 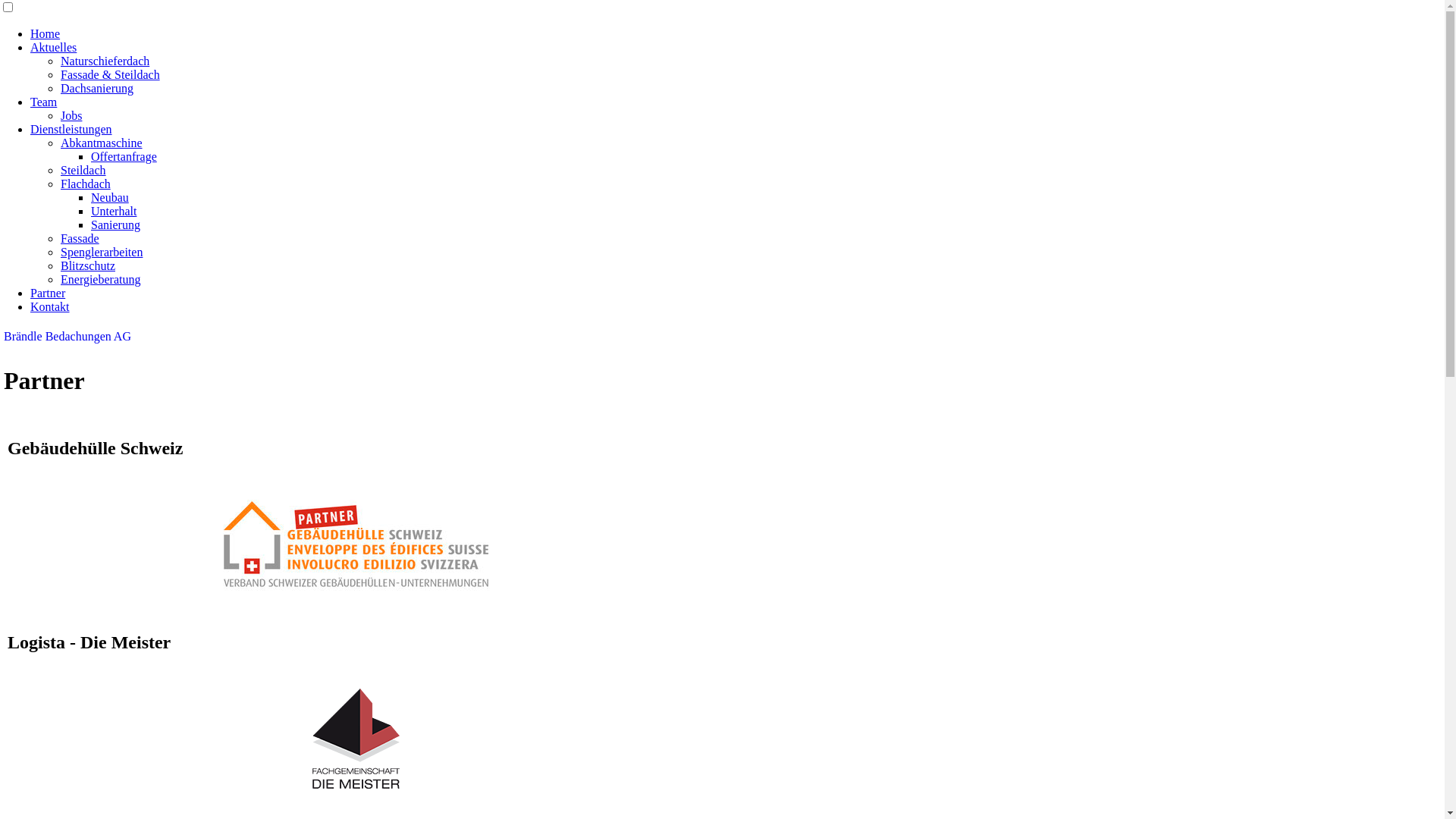 What do you see at coordinates (108, 196) in the screenshot?
I see `'Neubau'` at bounding box center [108, 196].